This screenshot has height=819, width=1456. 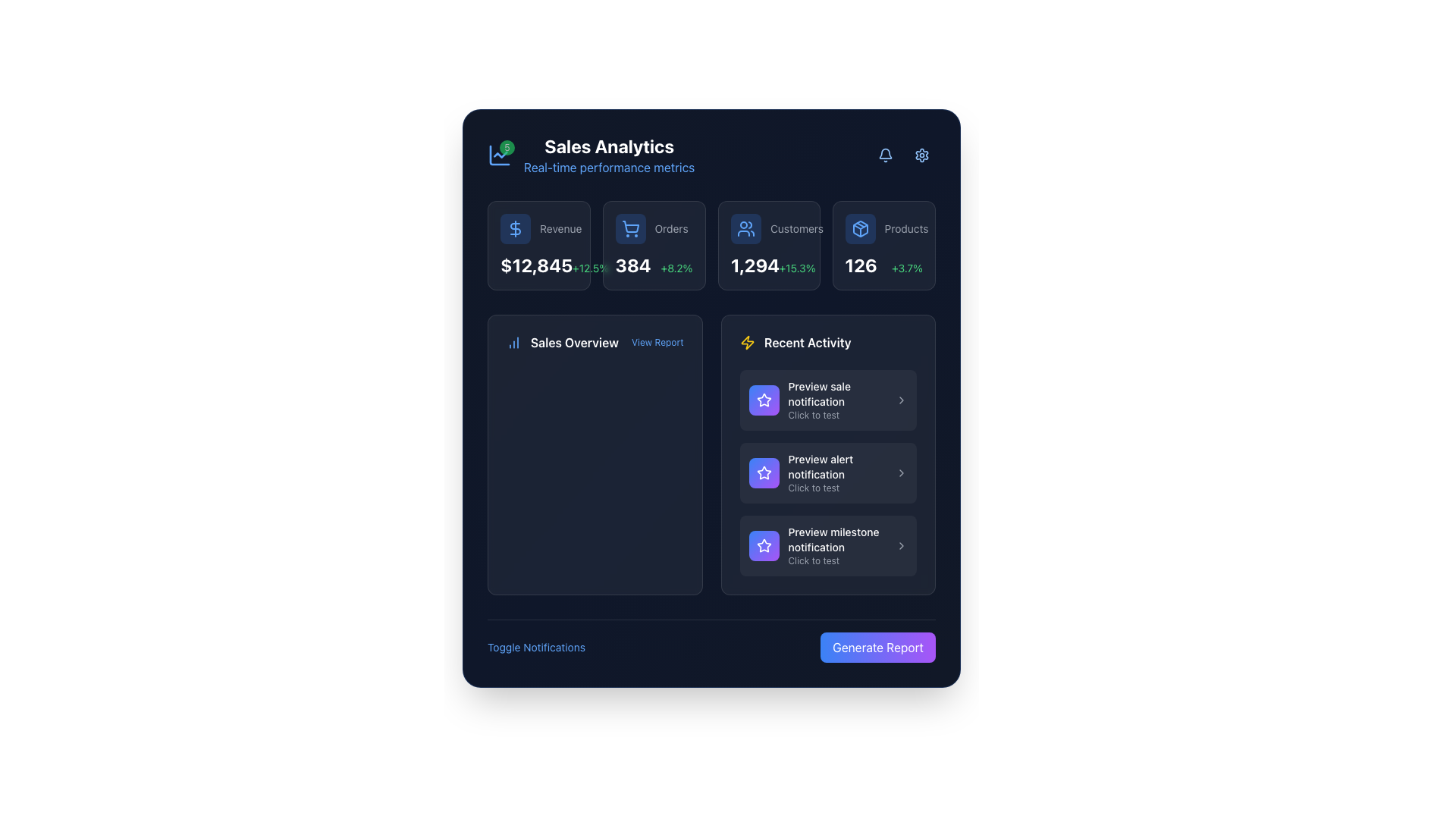 I want to click on the white outlined star icon located in the circular button within the 'Recent Activity' section, adjacent to the label 'Preview milestone notification', so click(x=764, y=546).